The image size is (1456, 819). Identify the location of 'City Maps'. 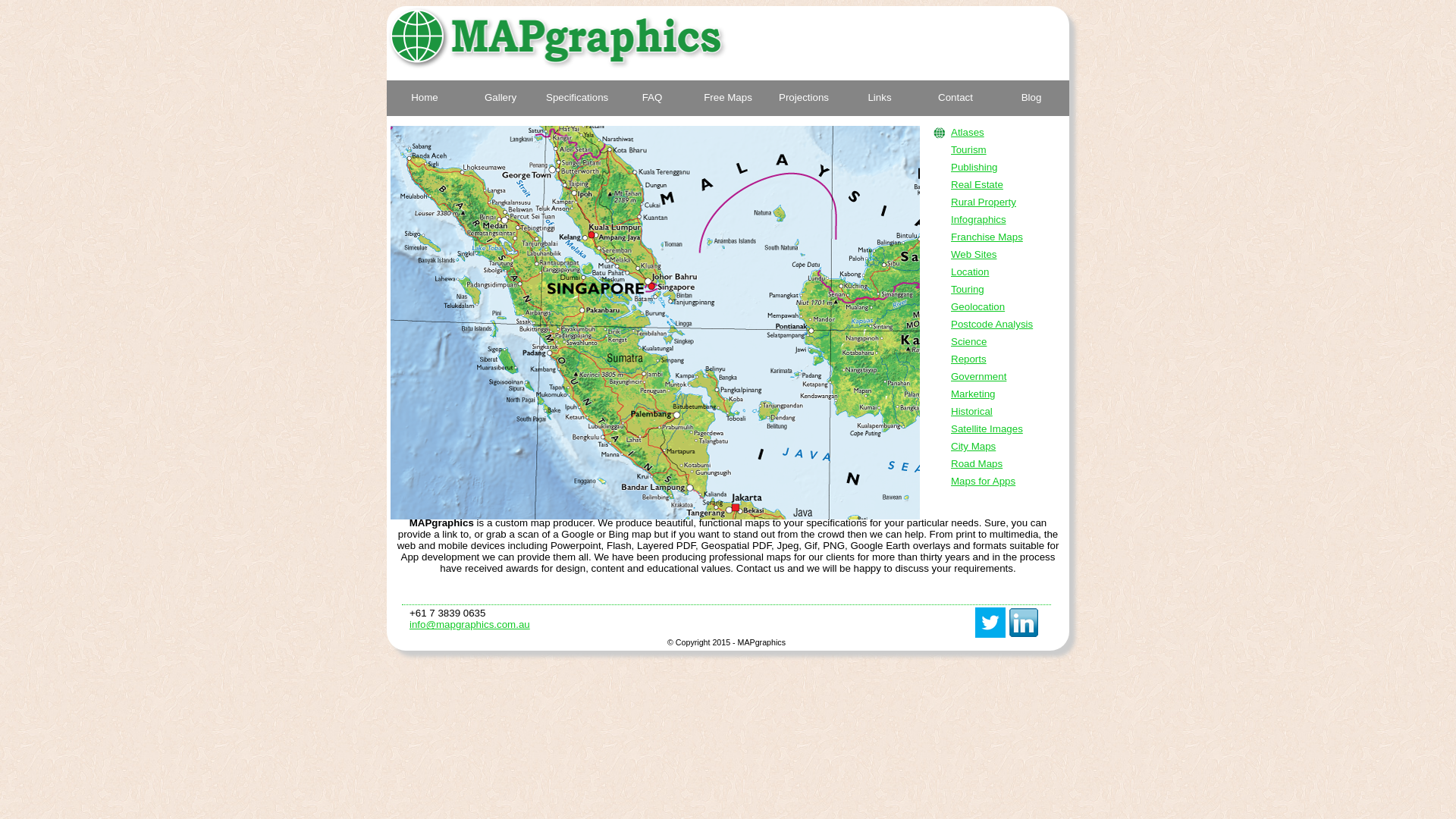
(973, 445).